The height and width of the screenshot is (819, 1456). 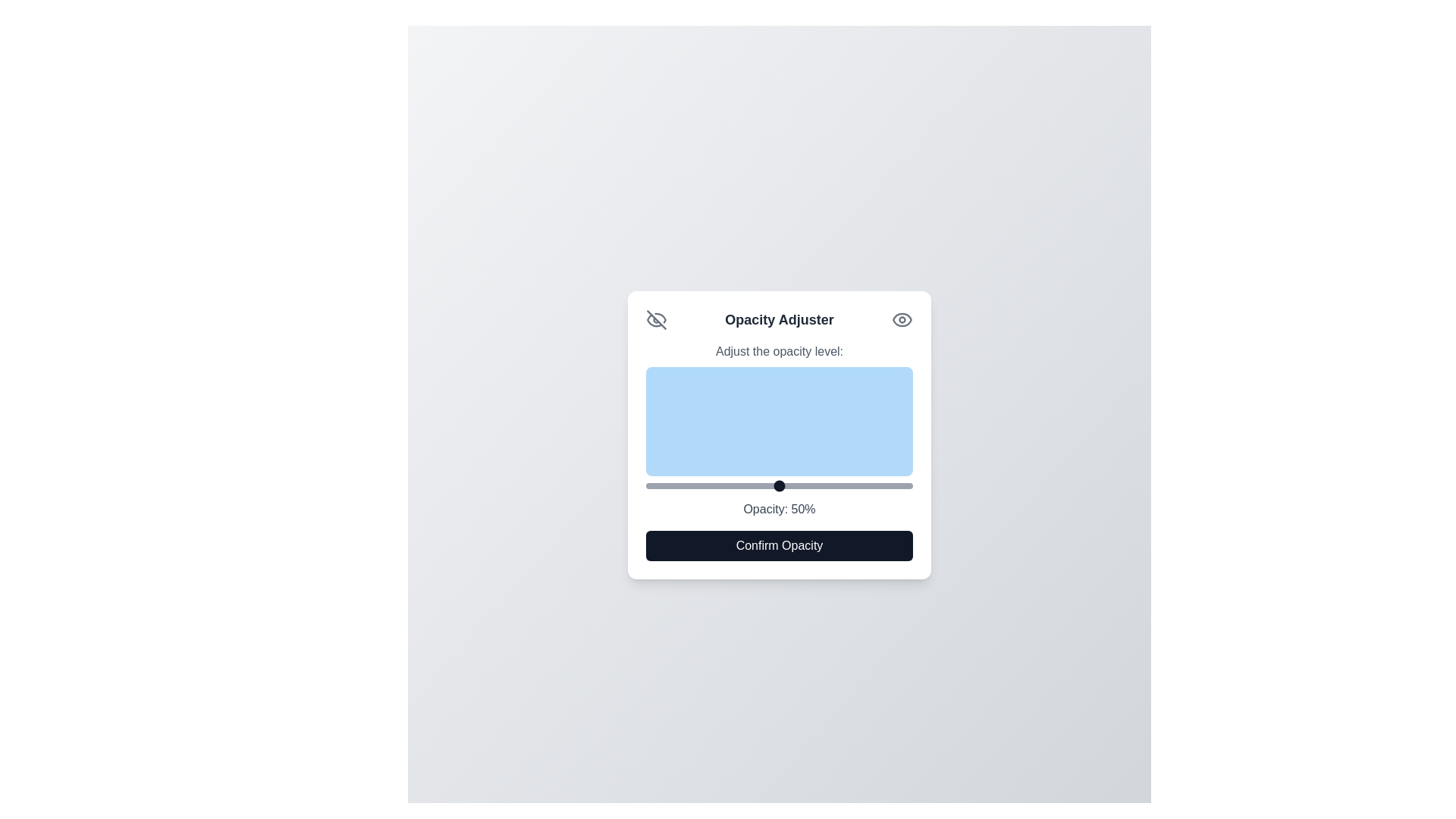 What do you see at coordinates (862, 485) in the screenshot?
I see `the opacity slider to 81%` at bounding box center [862, 485].